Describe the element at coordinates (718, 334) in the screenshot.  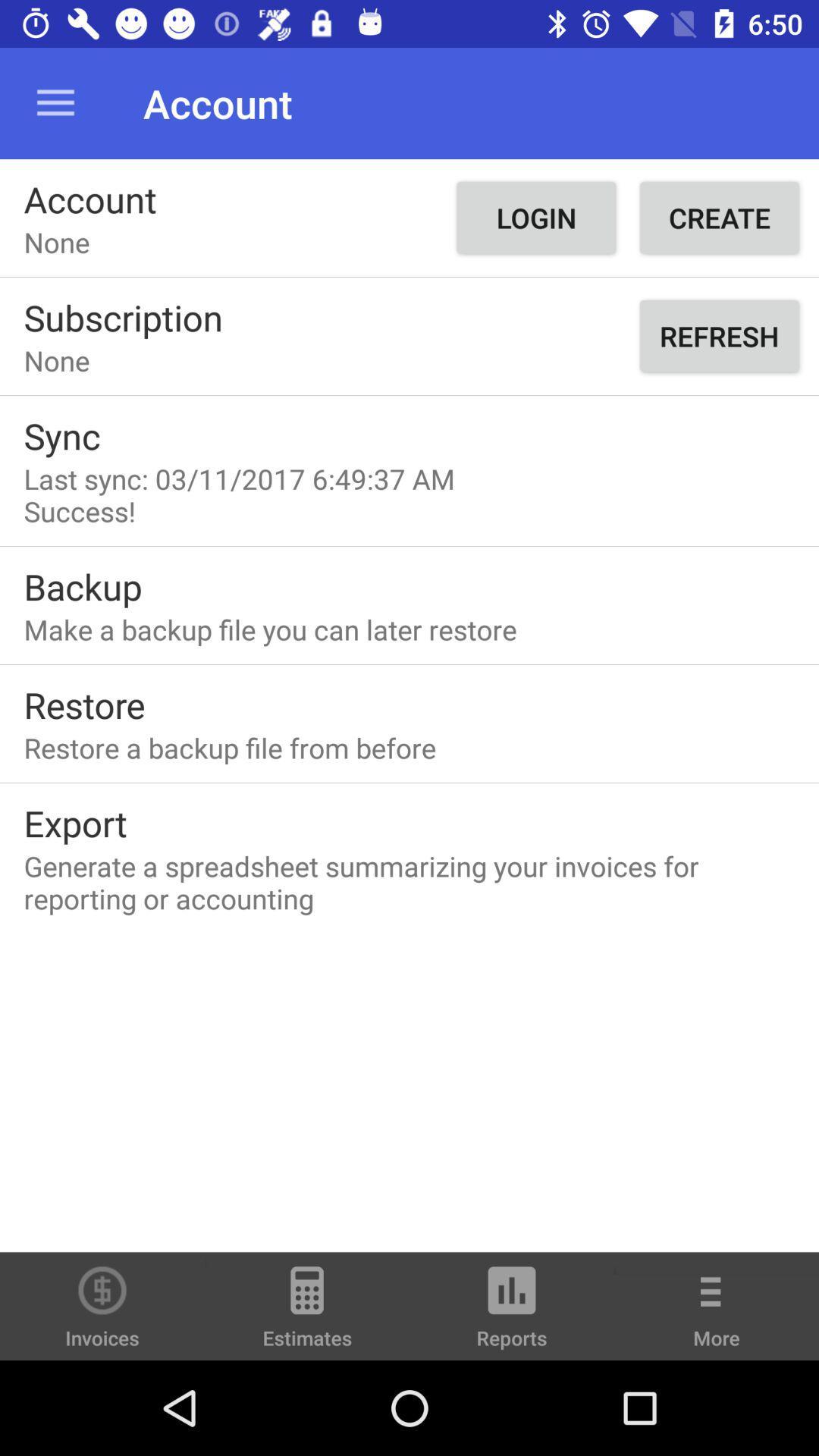
I see `refresh` at that location.